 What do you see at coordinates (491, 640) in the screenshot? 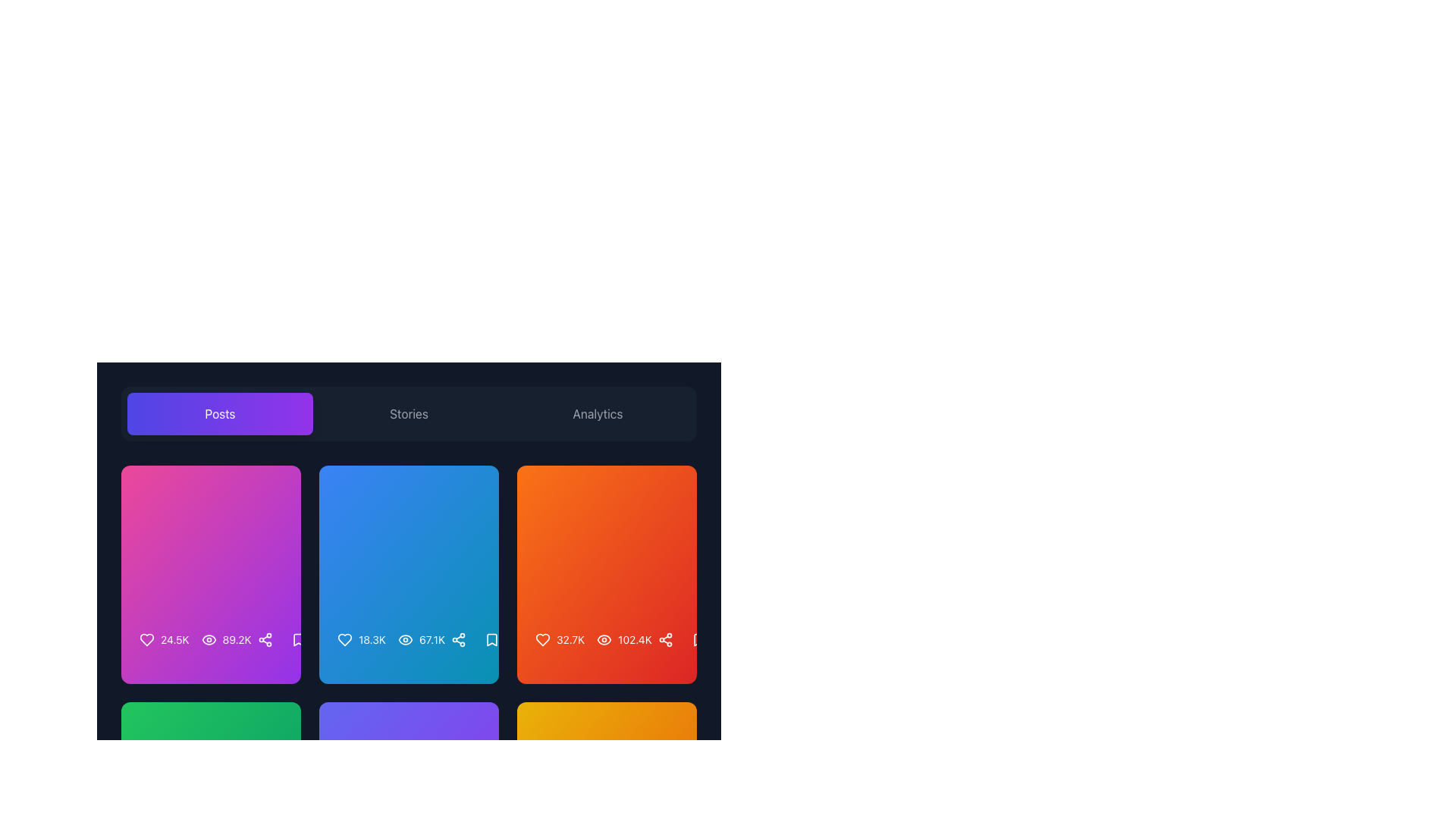
I see `the bookmark icon, which is a simplistic white bookmark-shaped button located at the bottom-right corner of the blue card in the second column of the grid layout` at bounding box center [491, 640].